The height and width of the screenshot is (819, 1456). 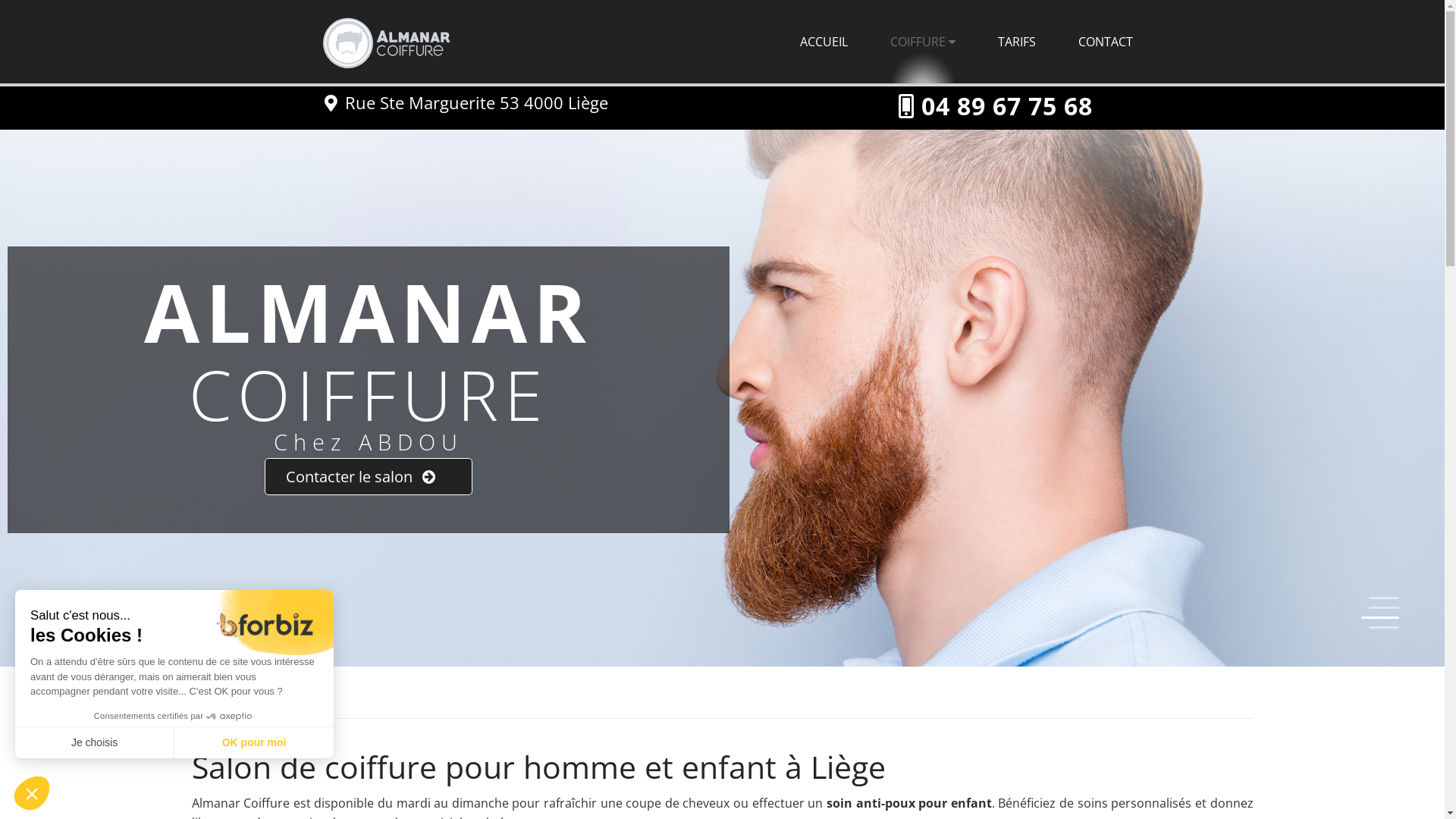 What do you see at coordinates (254, 742) in the screenshot?
I see `'OK pour moi'` at bounding box center [254, 742].